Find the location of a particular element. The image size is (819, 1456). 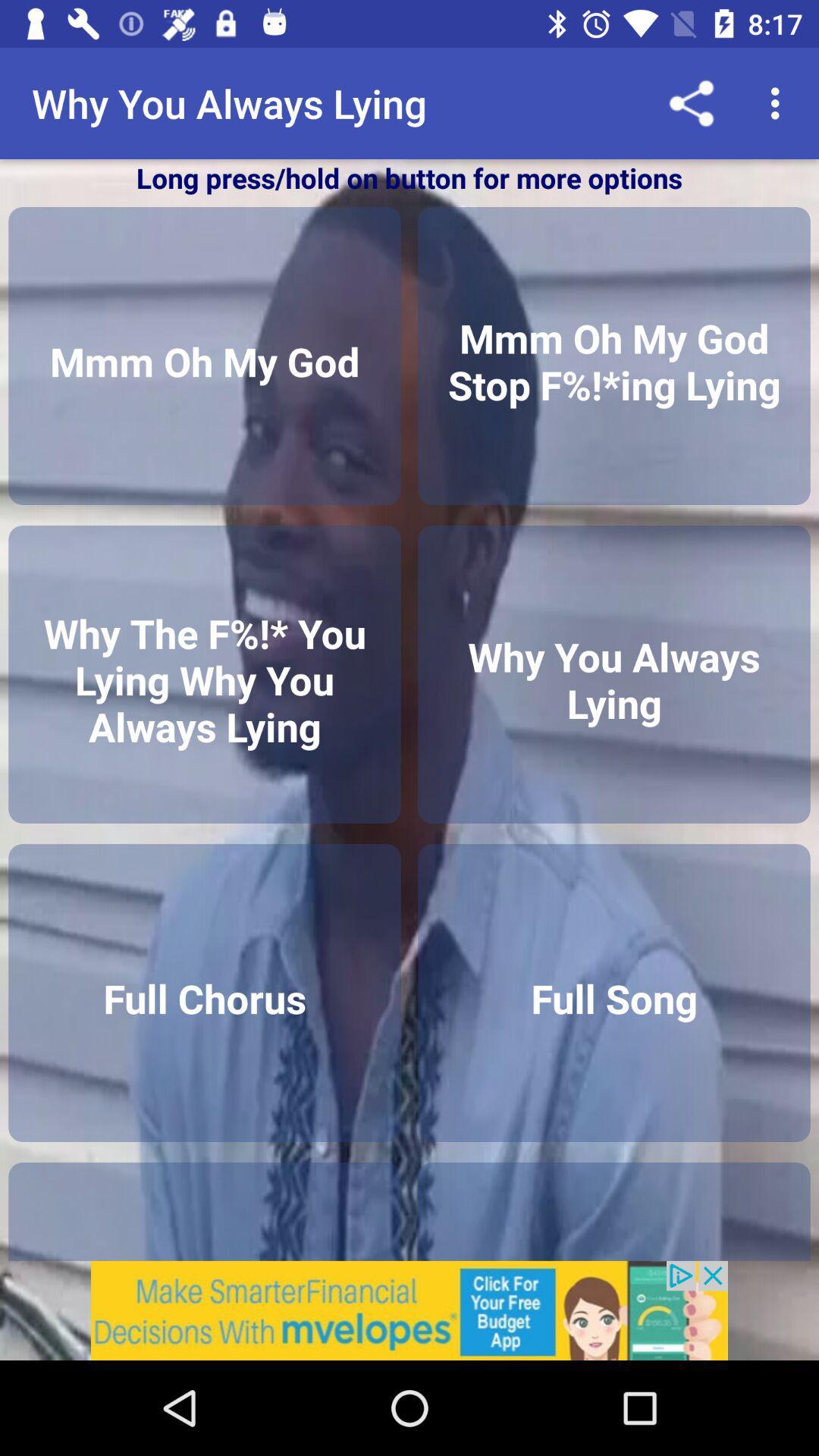

open advertisement panel is located at coordinates (409, 1310).